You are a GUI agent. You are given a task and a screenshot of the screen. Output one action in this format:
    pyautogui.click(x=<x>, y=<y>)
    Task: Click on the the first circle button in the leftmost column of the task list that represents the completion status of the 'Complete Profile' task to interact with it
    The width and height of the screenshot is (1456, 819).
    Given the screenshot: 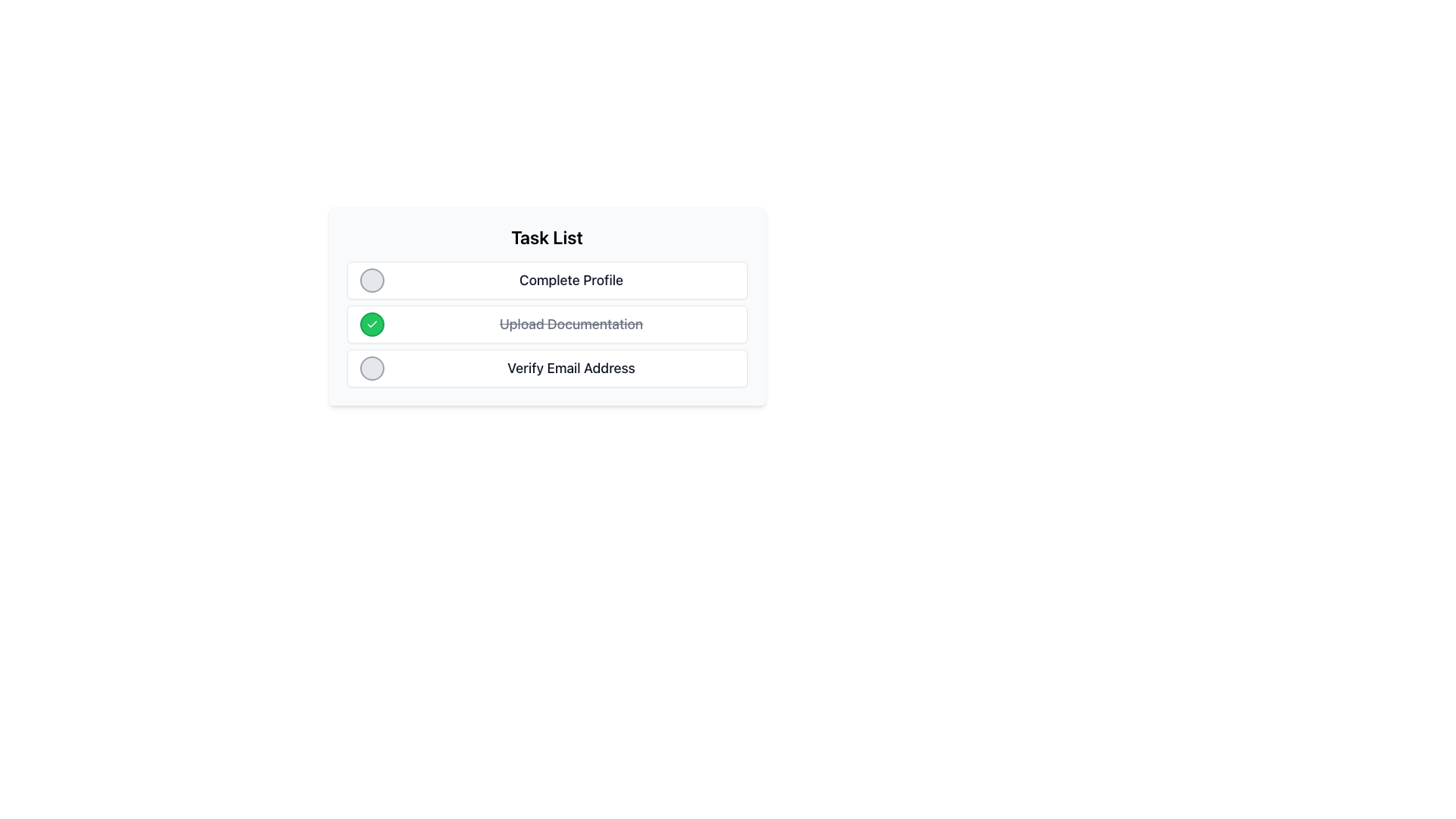 What is the action you would take?
    pyautogui.click(x=372, y=281)
    